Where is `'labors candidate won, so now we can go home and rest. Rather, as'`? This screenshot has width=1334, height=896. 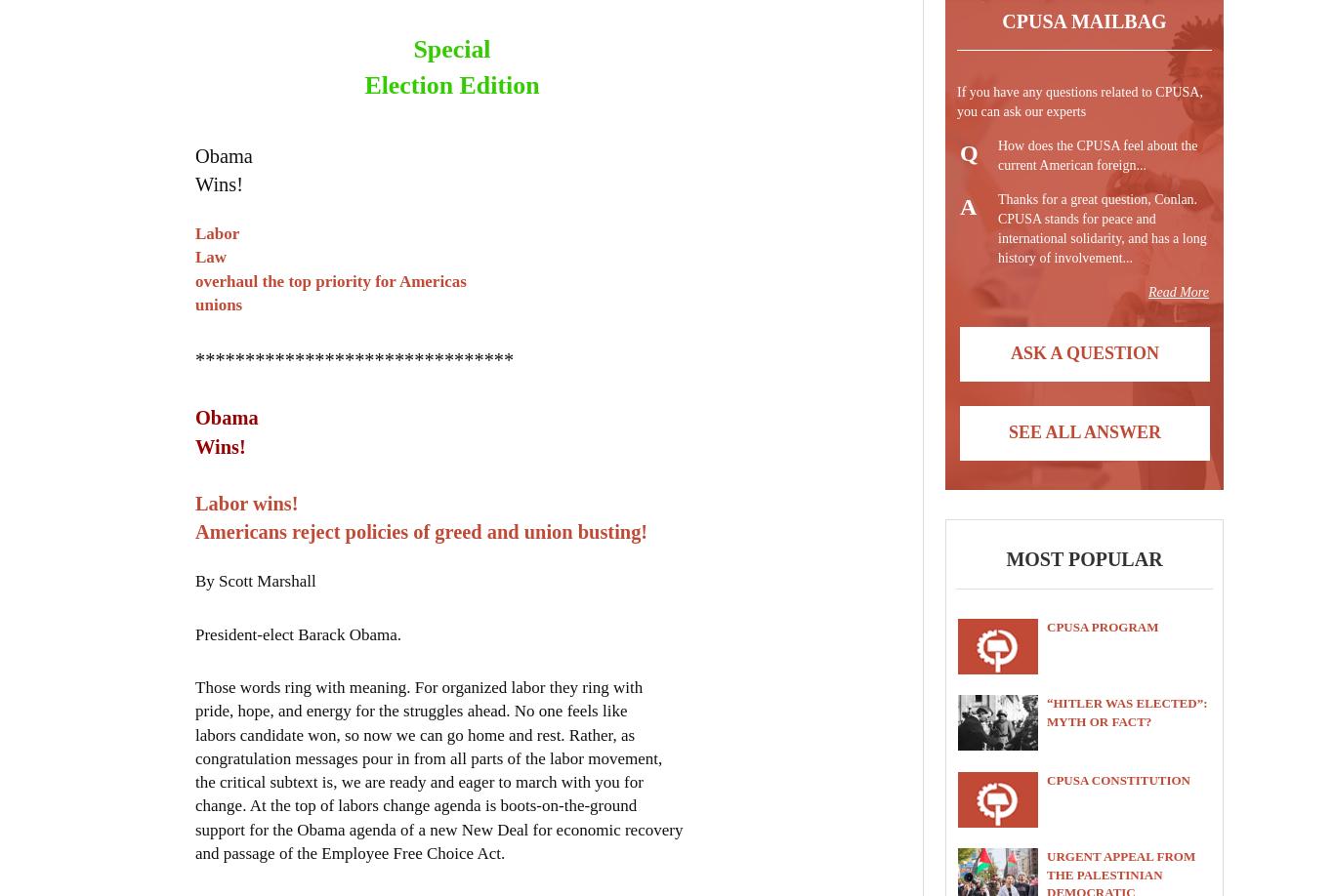 'labors candidate won, so now we can go home and rest. Rather, as' is located at coordinates (413, 732).